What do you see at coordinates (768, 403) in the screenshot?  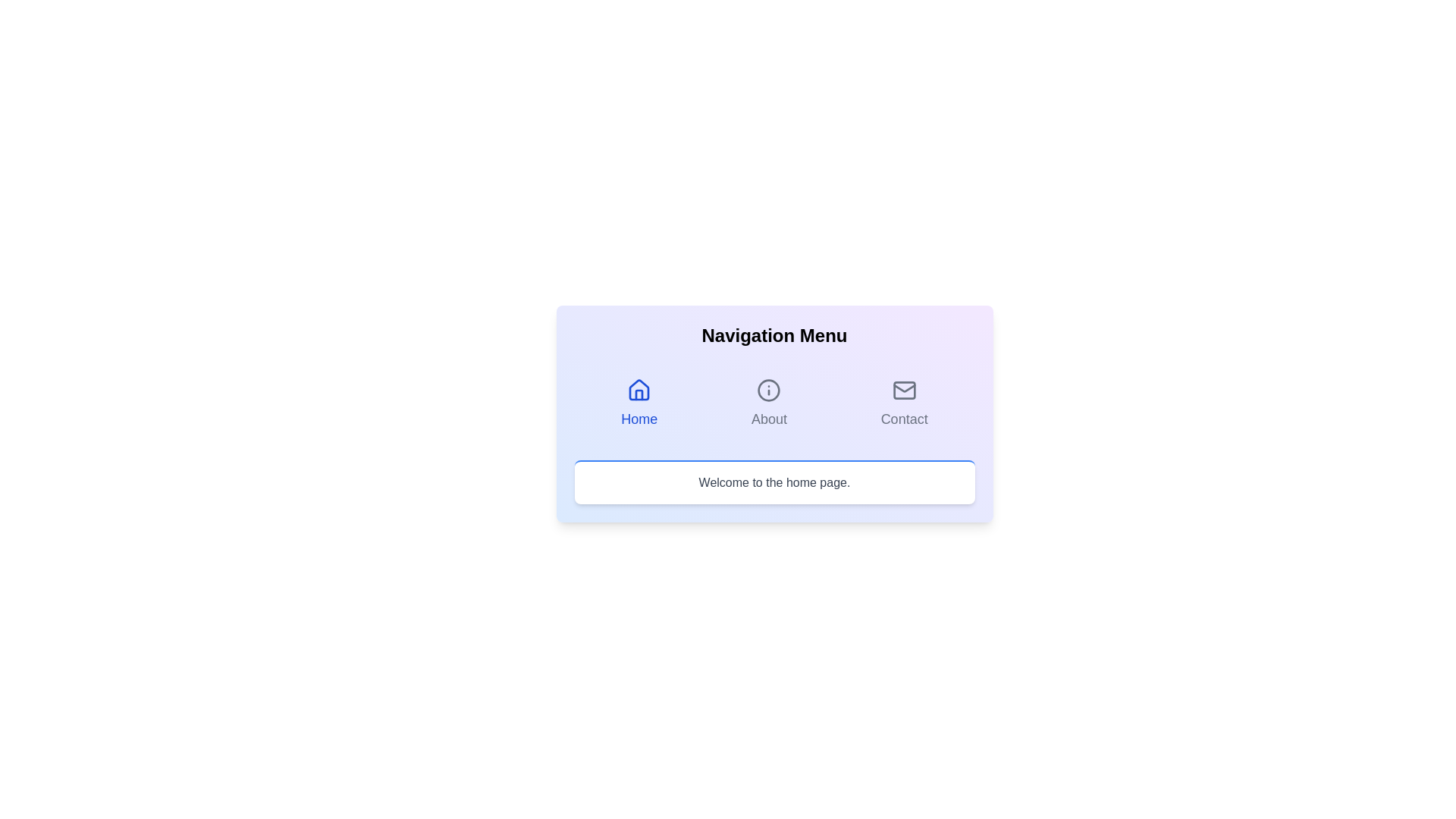 I see `the About tab in the navigation menu to observe the content change` at bounding box center [768, 403].